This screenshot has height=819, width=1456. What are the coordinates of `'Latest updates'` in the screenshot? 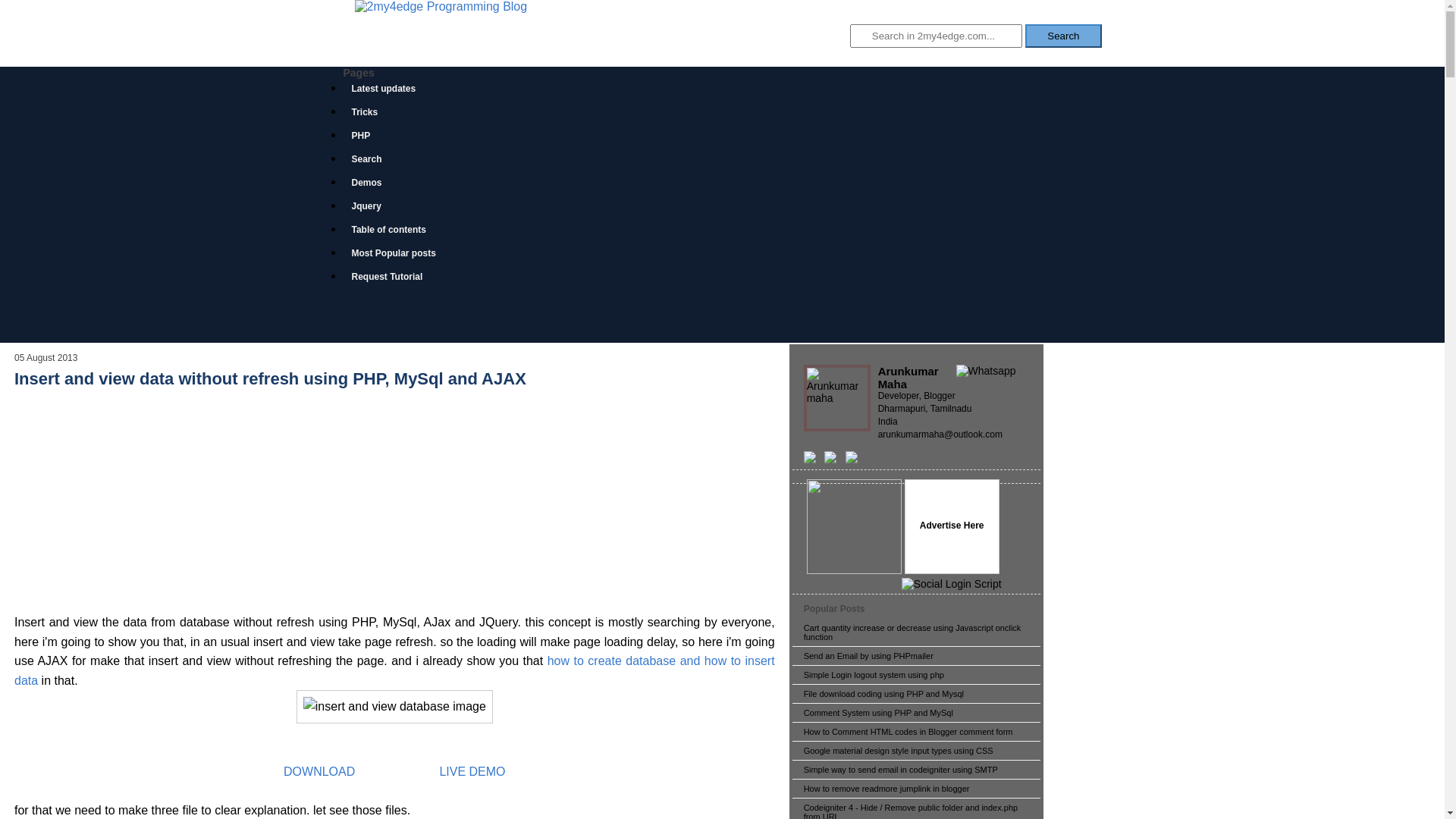 It's located at (390, 90).